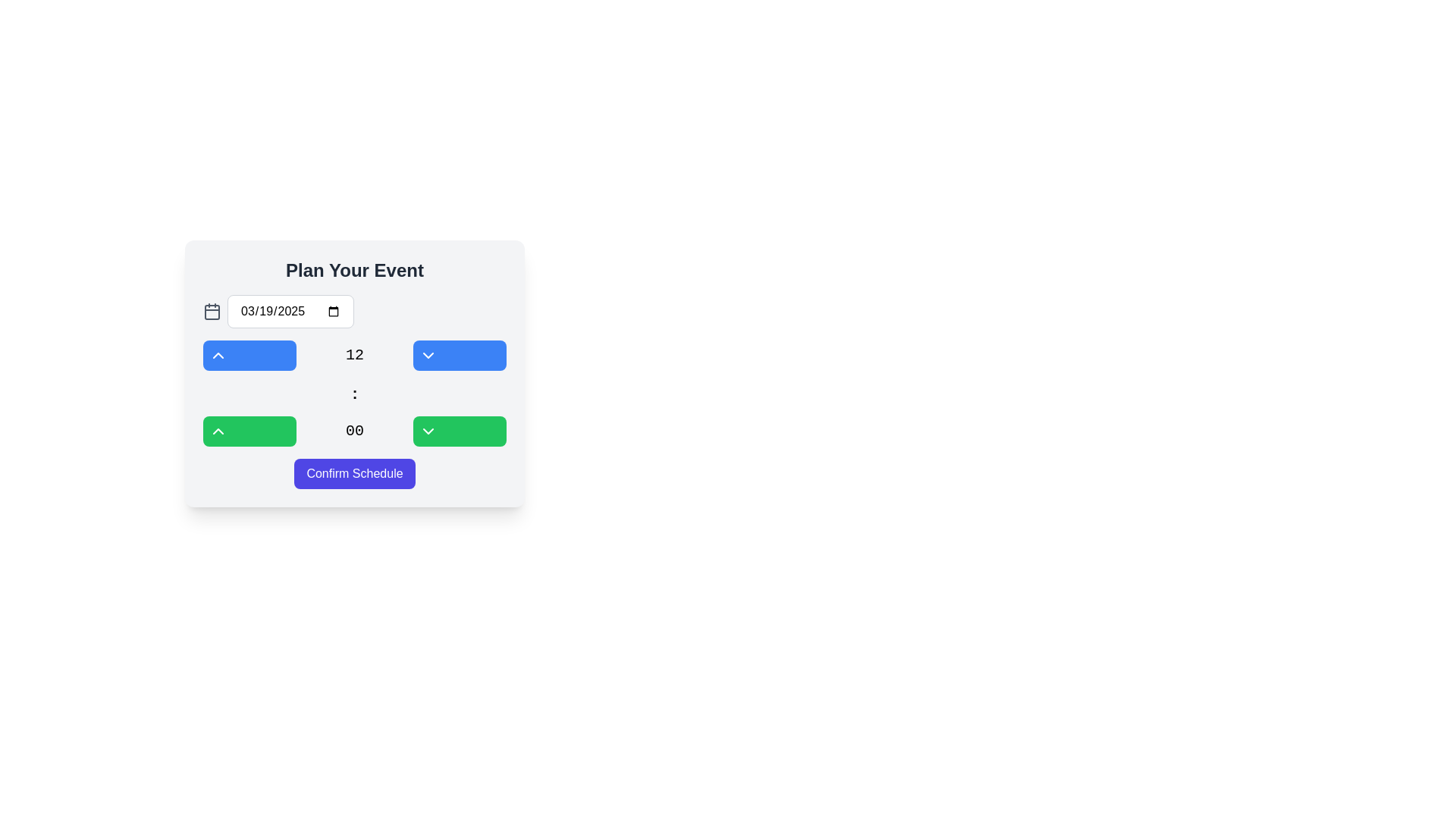 The height and width of the screenshot is (819, 1456). Describe the element at coordinates (428, 431) in the screenshot. I see `the downward-facing chevron icon located inside the green rectangular button at the bottom-right corner of the 'Plan Your Event' dialog` at that location.